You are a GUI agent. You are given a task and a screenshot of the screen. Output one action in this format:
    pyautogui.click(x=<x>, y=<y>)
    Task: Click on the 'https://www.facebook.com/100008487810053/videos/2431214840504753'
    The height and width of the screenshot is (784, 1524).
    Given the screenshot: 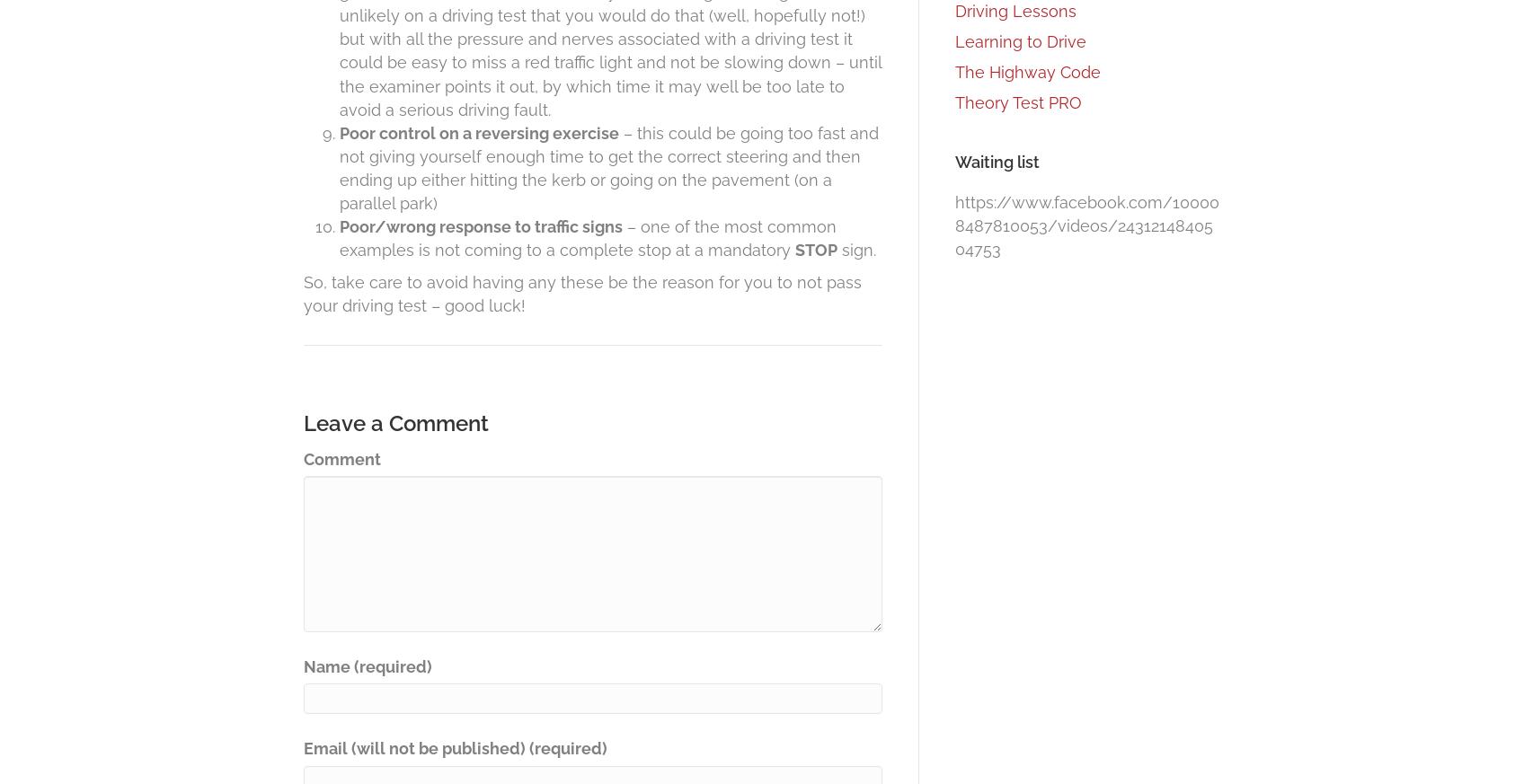 What is the action you would take?
    pyautogui.click(x=954, y=225)
    